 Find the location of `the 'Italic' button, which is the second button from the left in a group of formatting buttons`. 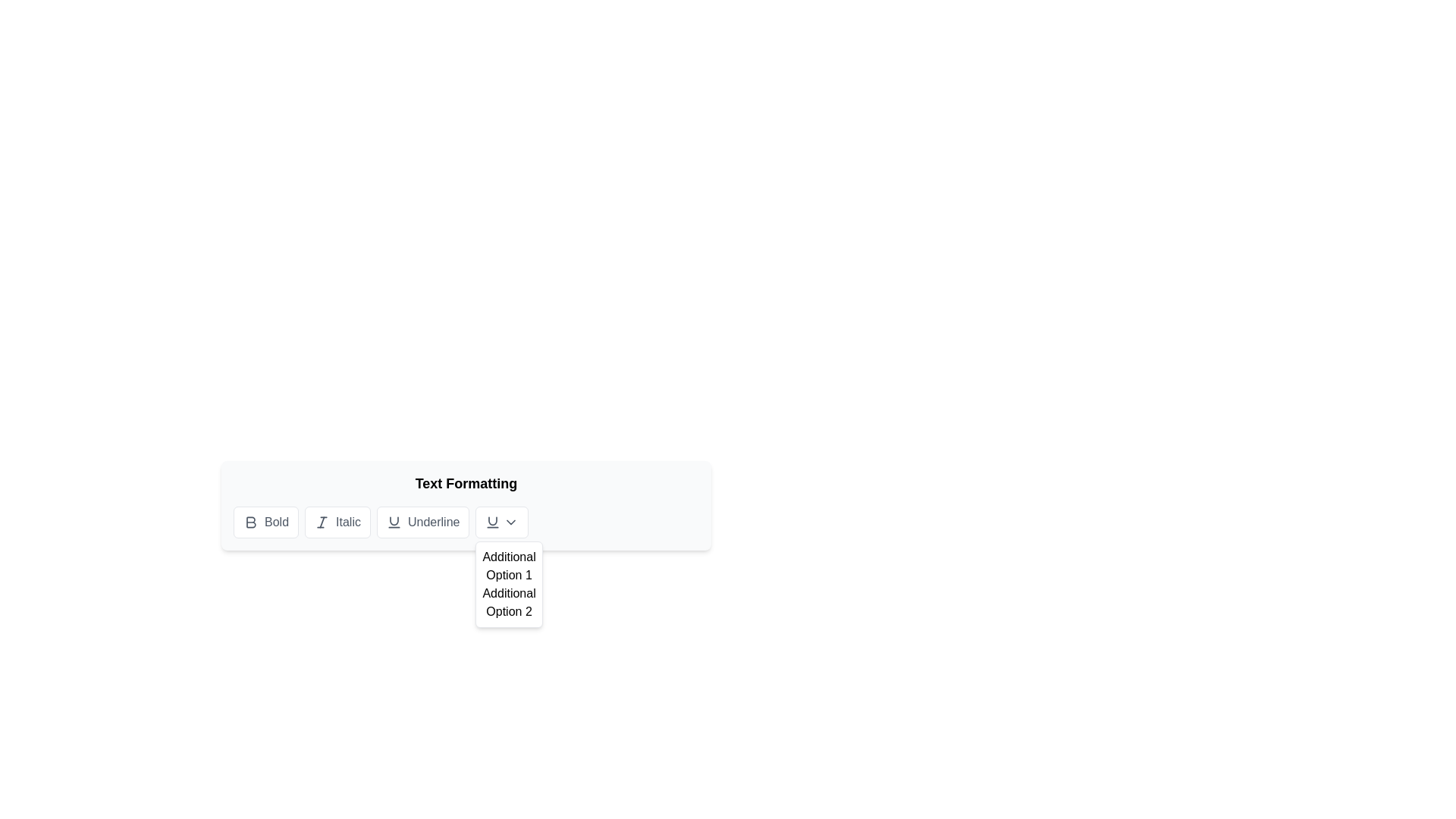

the 'Italic' button, which is the second button from the left in a group of formatting buttons is located at coordinates (337, 522).